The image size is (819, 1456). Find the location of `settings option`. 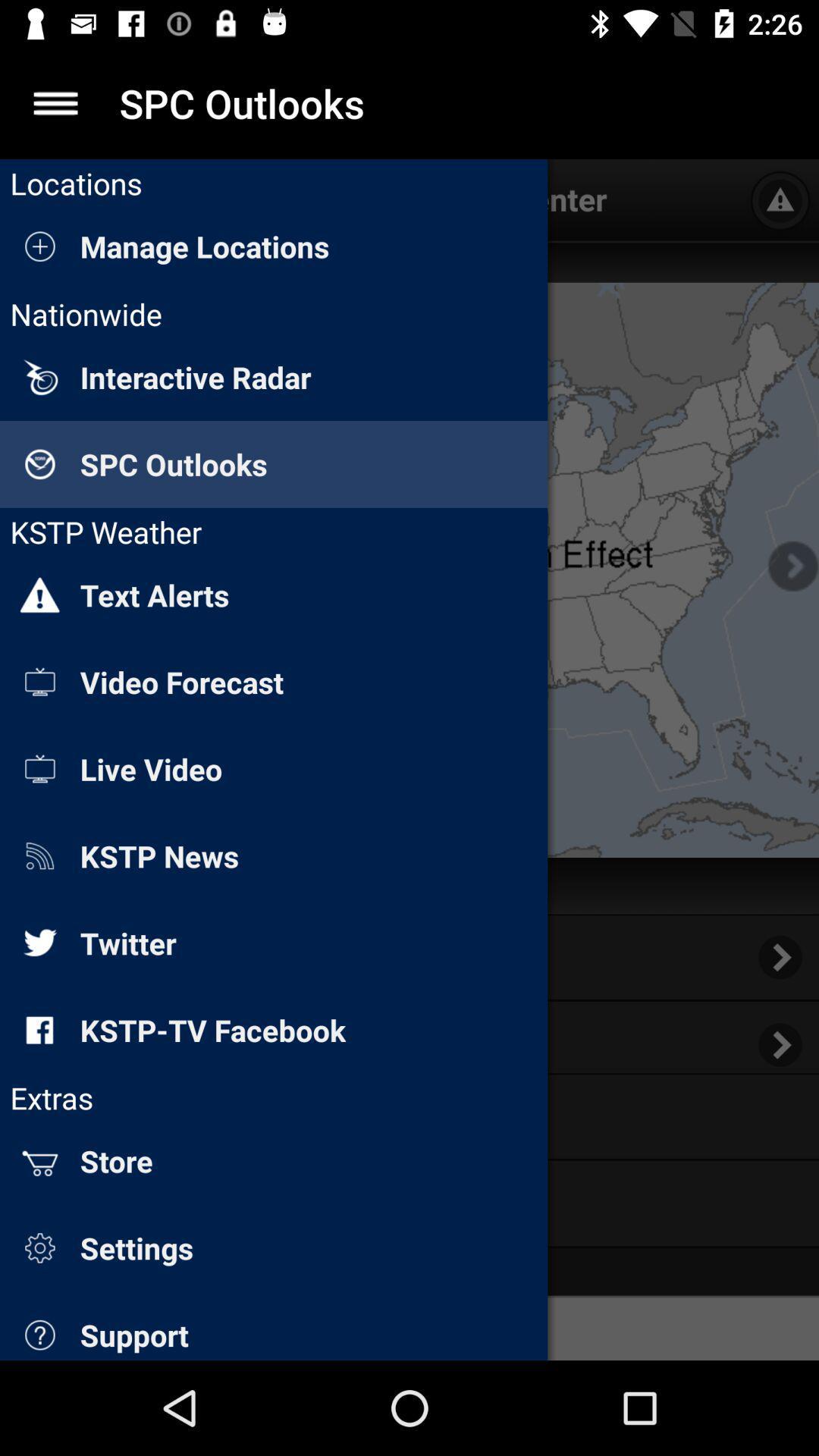

settings option is located at coordinates (55, 102).